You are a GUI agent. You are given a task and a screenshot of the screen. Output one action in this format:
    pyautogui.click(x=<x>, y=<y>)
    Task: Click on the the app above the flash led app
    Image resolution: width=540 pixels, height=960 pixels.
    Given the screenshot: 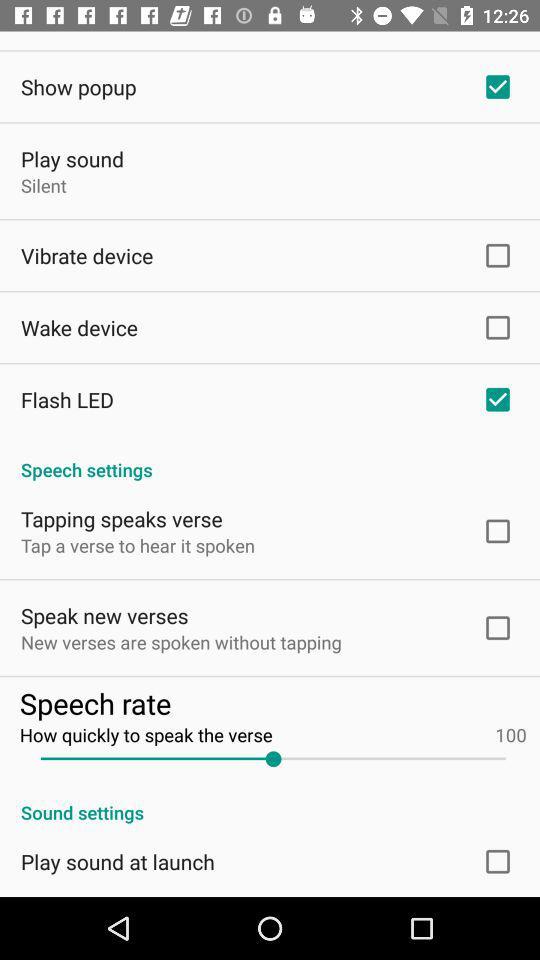 What is the action you would take?
    pyautogui.click(x=78, y=327)
    